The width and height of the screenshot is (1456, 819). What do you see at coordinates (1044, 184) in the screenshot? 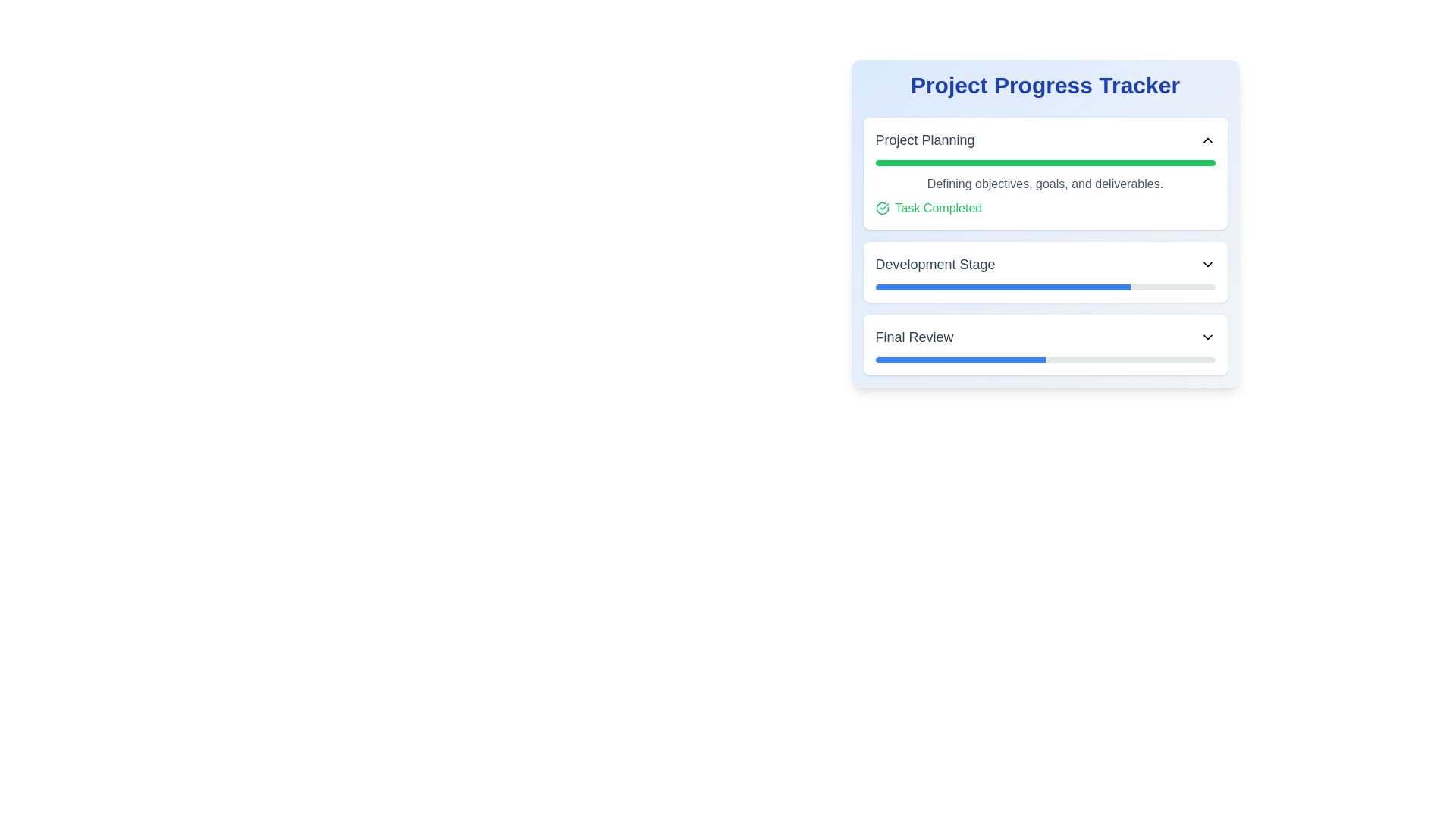
I see `static text display that informs users about the objectives, goals, and deliverables for the 'Project Planning' section, located above 'Task Completed' and a green checkmark icon` at bounding box center [1044, 184].